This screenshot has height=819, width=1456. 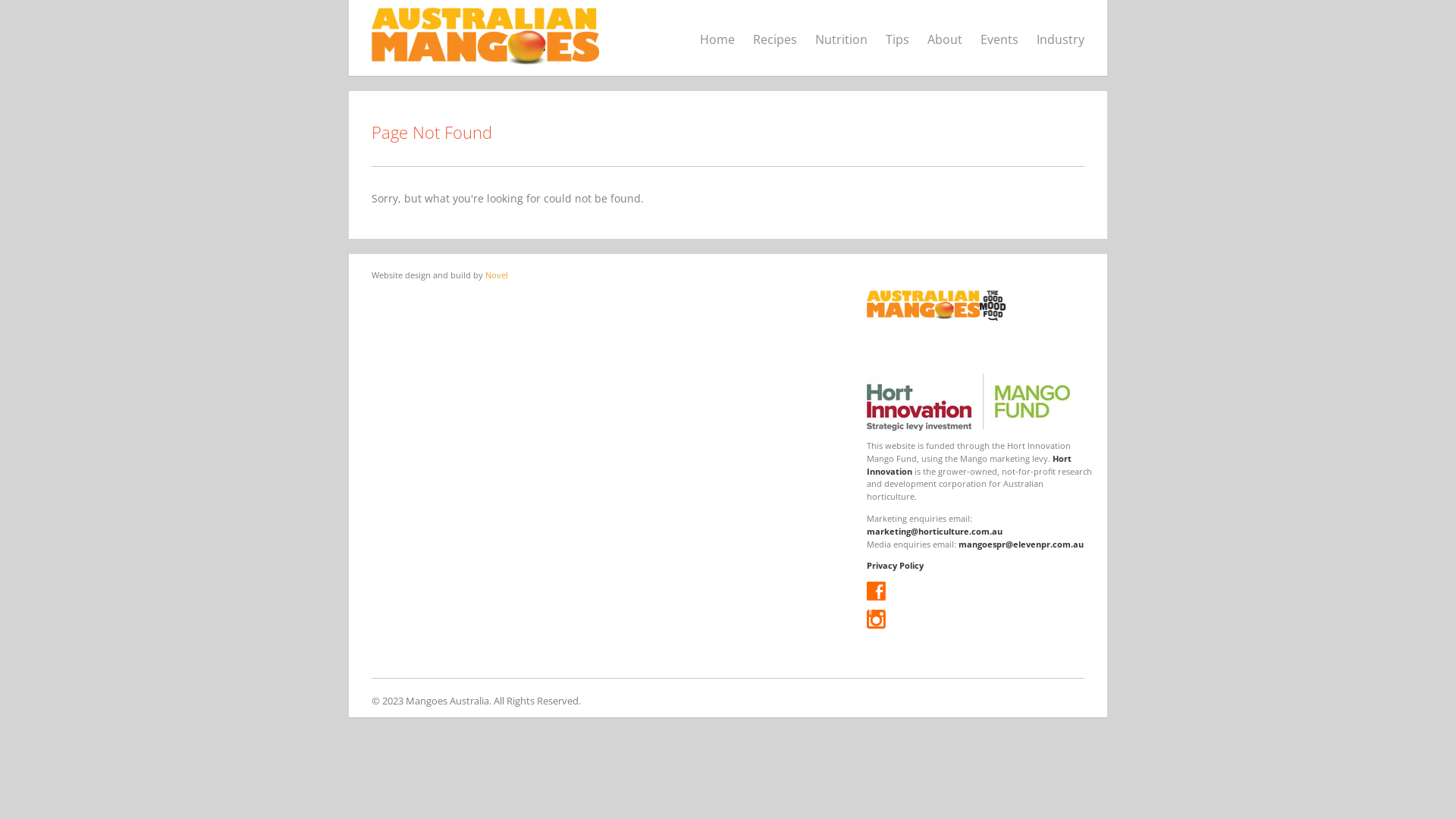 I want to click on 'mangoespr@elevenpr.com.au', so click(x=1021, y=543).